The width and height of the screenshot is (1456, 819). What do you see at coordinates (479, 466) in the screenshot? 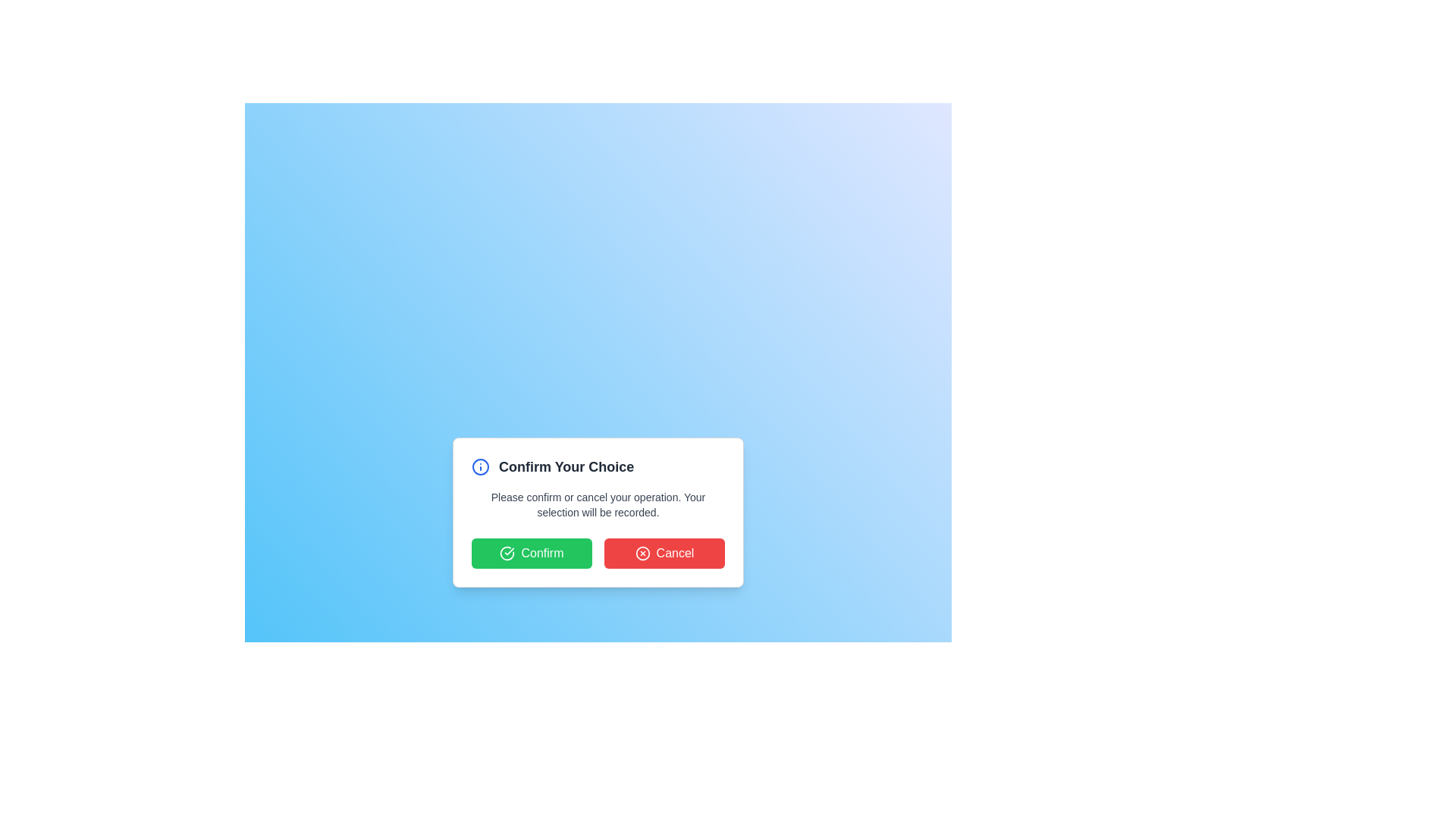
I see `the circular blue information icon located to the left of the 'Confirm Your Choice' header in the modal dialog box for additional details` at bounding box center [479, 466].